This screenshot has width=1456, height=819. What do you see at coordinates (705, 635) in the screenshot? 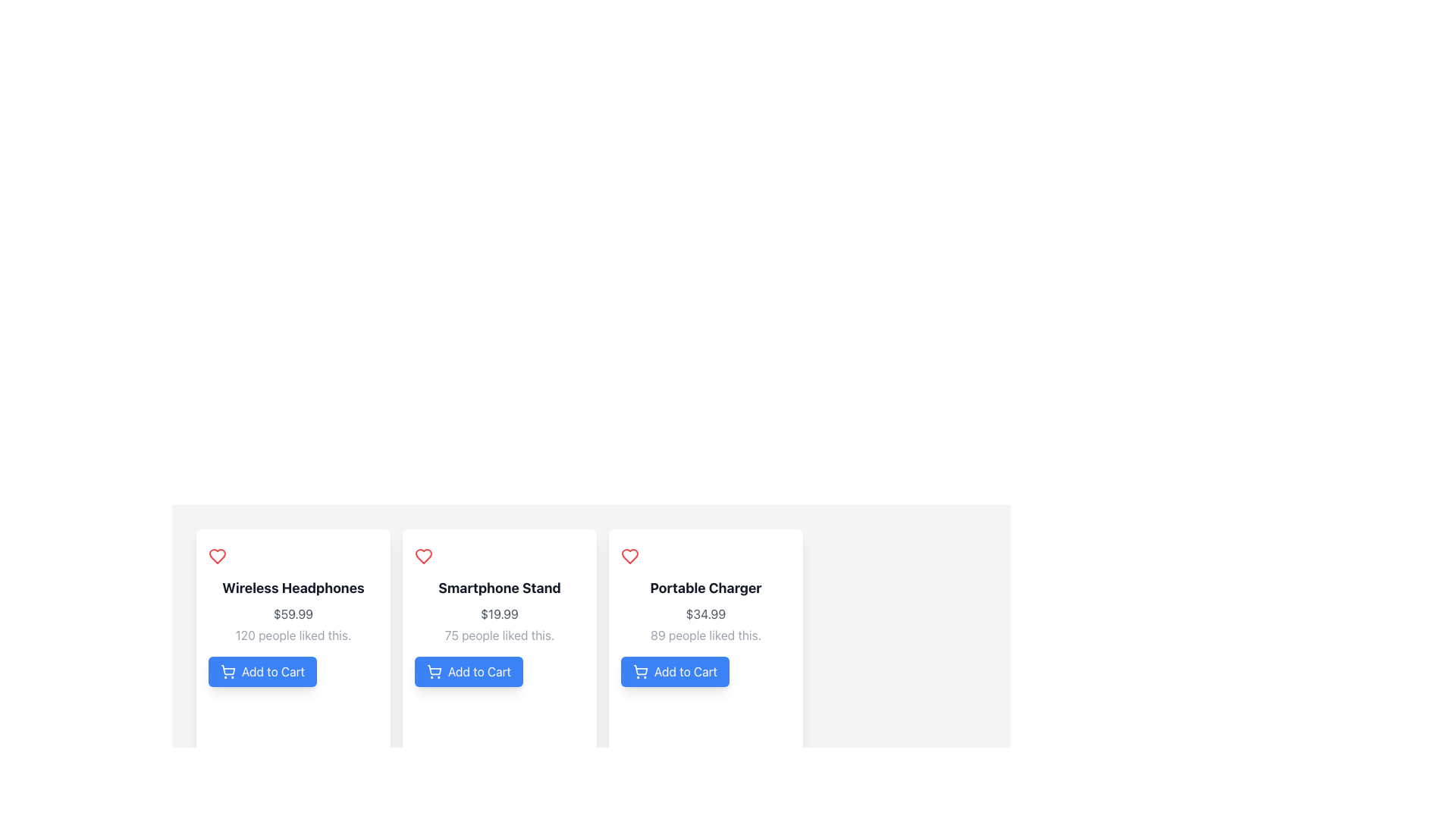
I see `the static text label that reads '89 people liked this.', which is located beneath the price information of the 'Portable Charger' and above the blue 'Add to Cart' button` at bounding box center [705, 635].